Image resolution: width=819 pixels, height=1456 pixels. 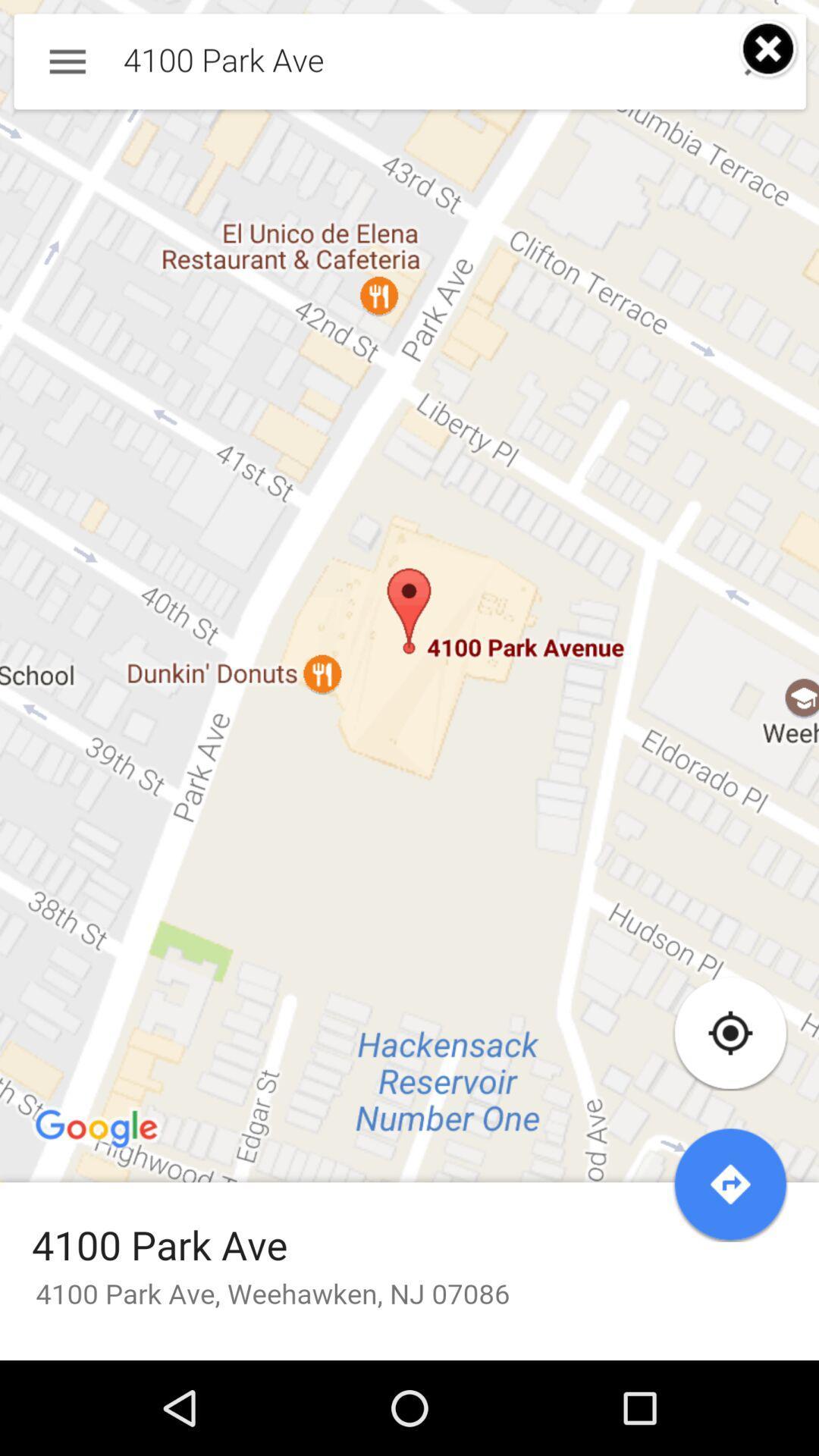 What do you see at coordinates (769, 53) in the screenshot?
I see `the close icon` at bounding box center [769, 53].